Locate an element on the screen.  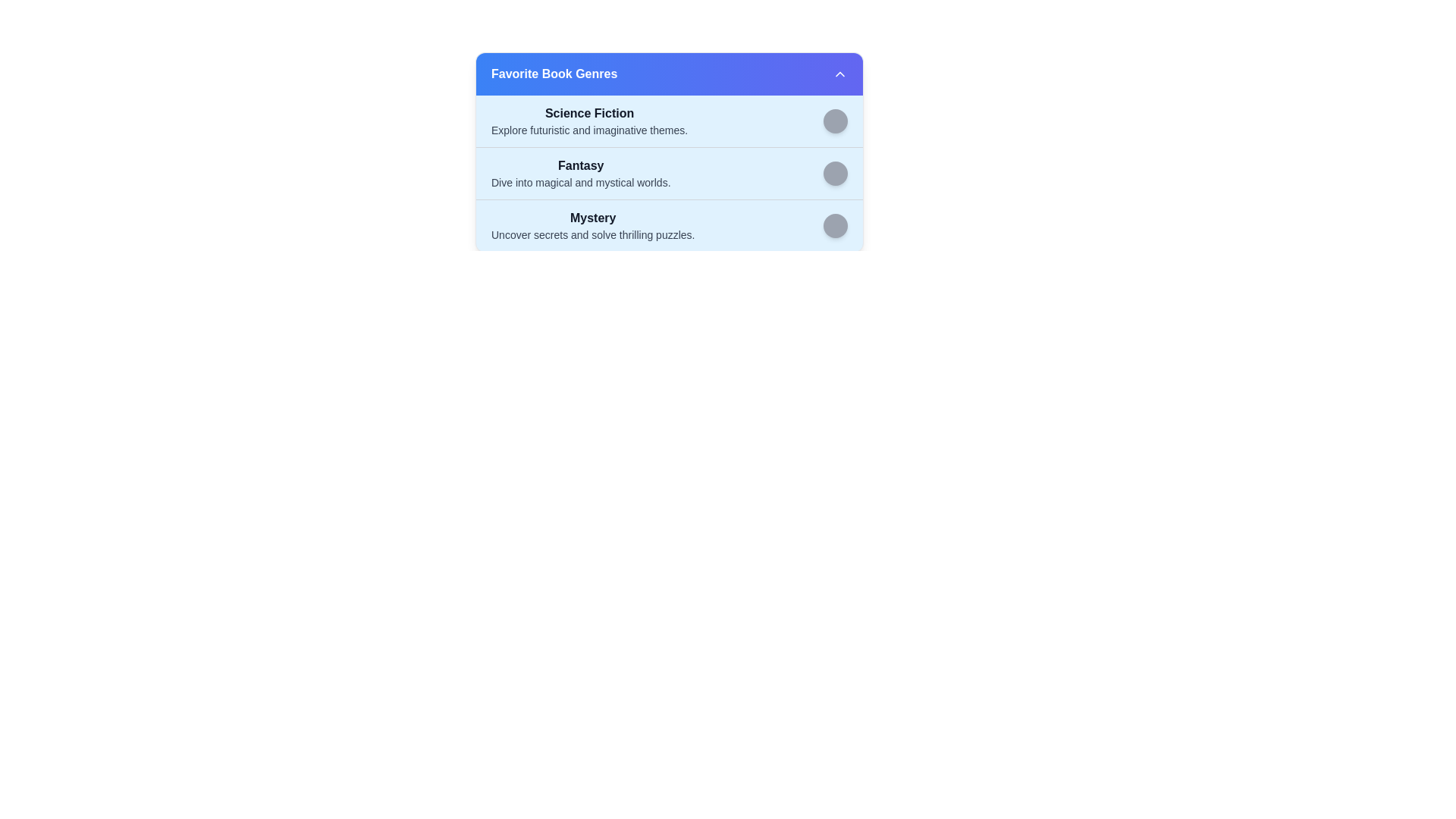
bolded text label displaying 'Fantasy' on a light blue background, which is the upper text of a two-line section in a vertical list is located at coordinates (580, 166).